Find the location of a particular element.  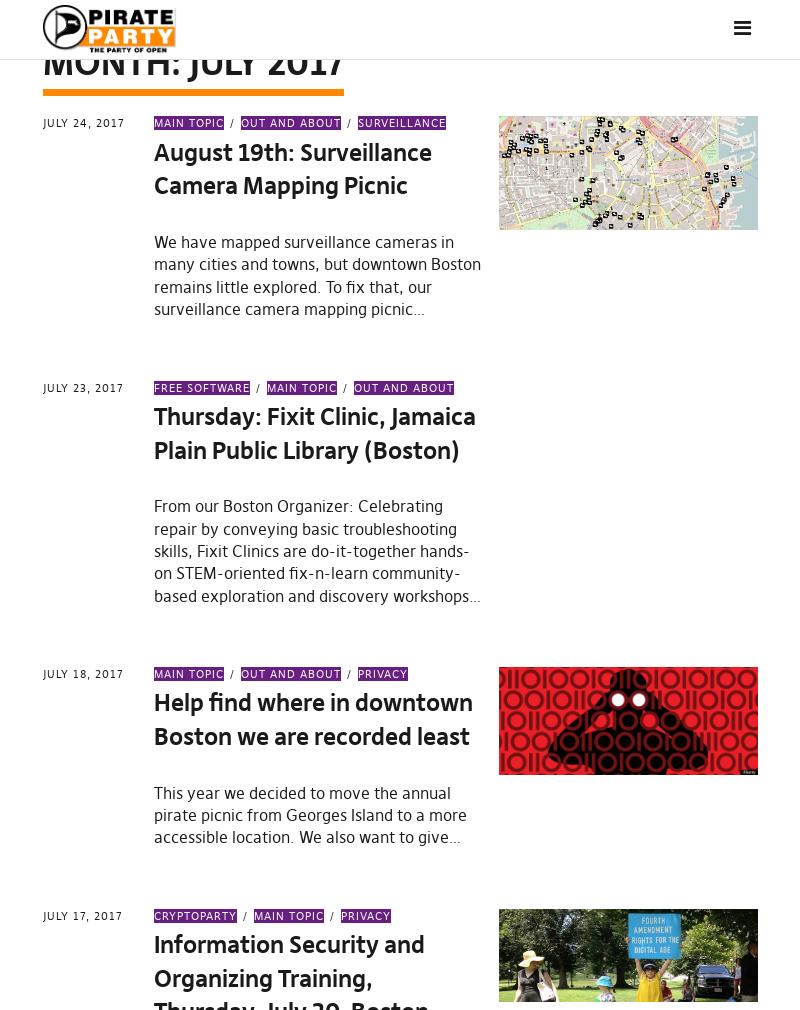

'July 18, 2017' is located at coordinates (82, 672).